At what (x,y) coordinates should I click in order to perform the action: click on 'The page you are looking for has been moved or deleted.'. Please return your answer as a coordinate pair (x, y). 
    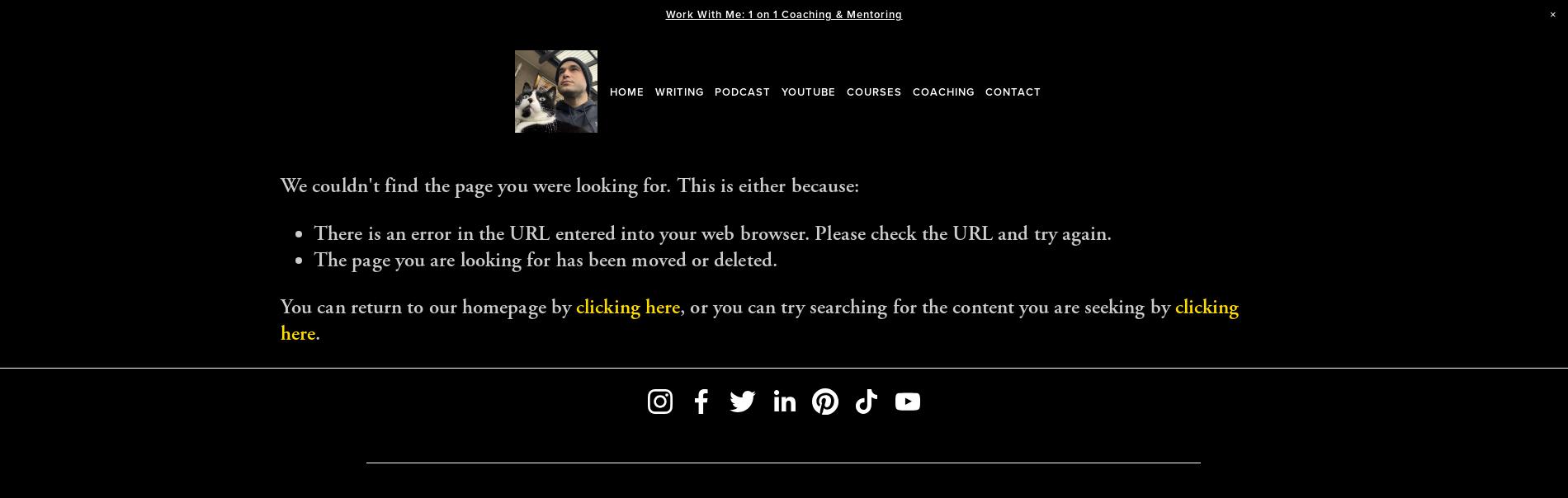
    Looking at the image, I should click on (545, 261).